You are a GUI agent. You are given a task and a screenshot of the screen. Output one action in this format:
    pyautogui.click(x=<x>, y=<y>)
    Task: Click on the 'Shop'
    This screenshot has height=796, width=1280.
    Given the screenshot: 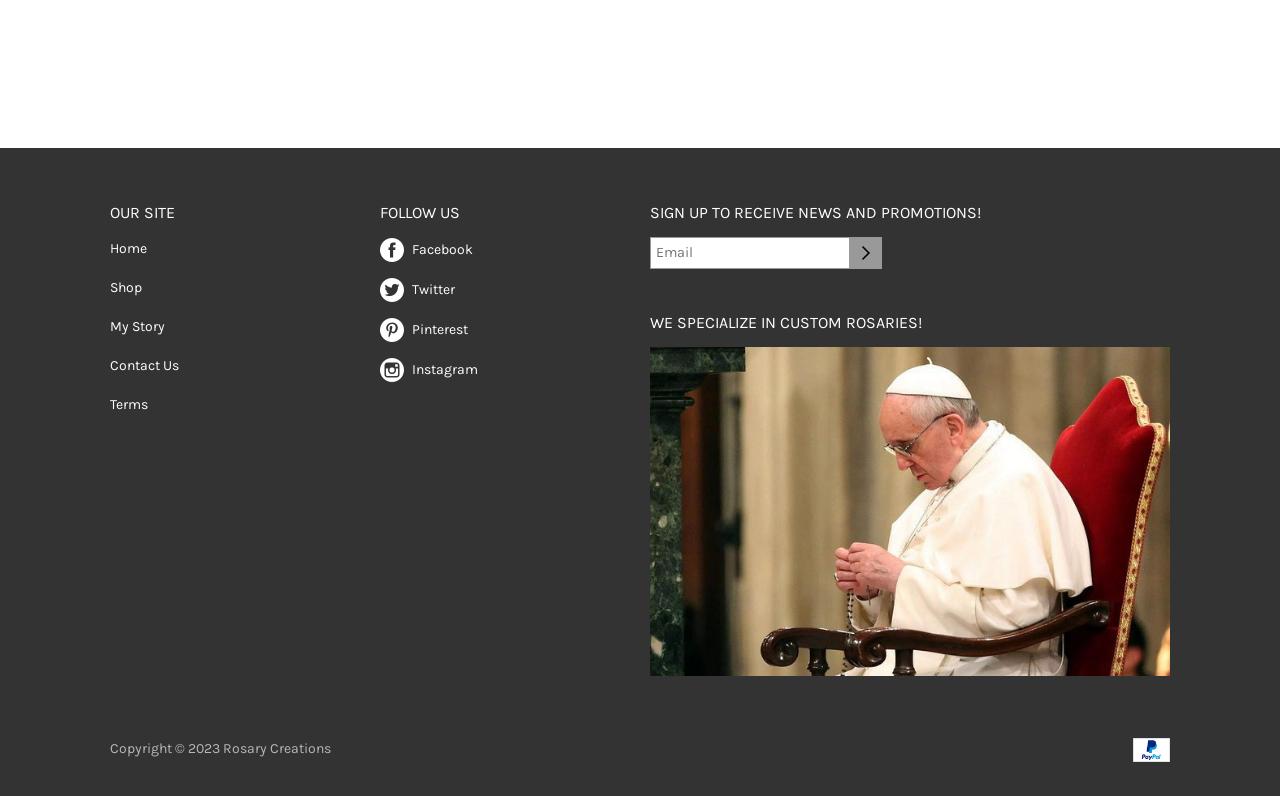 What is the action you would take?
    pyautogui.click(x=124, y=285)
    